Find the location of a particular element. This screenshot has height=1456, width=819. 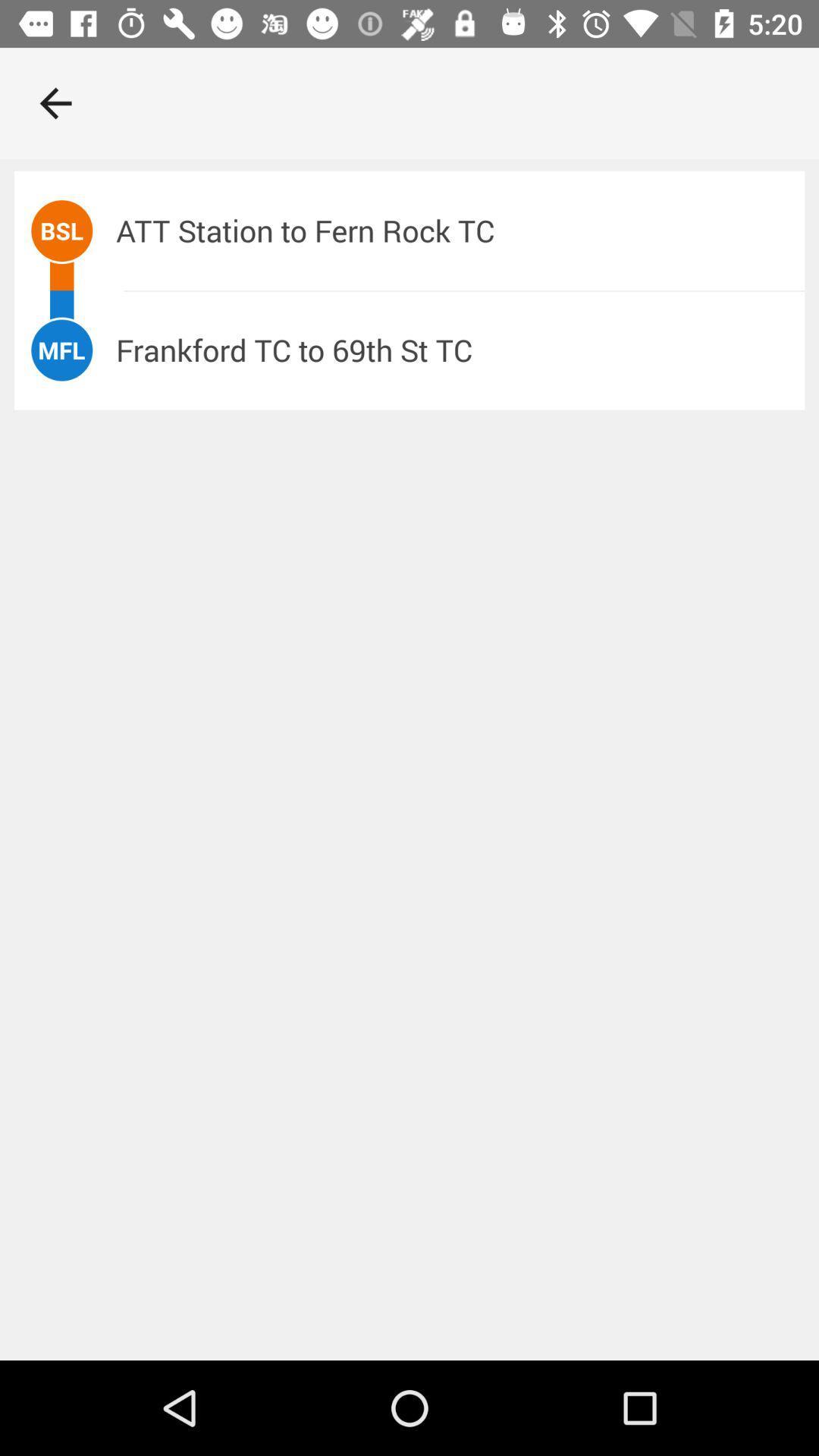

the frankford tc to is located at coordinates (460, 349).